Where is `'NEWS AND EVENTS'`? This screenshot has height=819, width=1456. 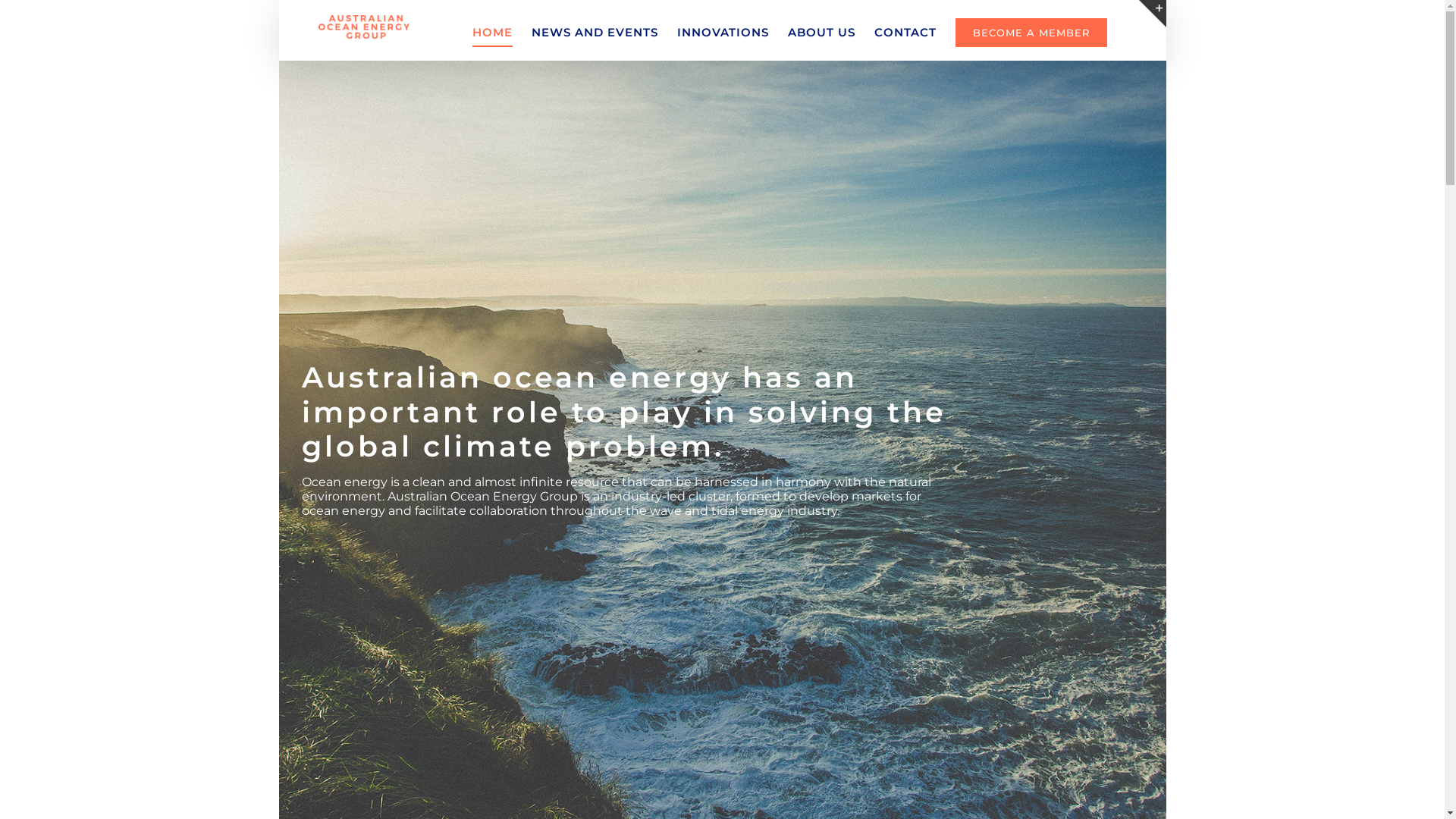
'NEWS AND EVENTS' is located at coordinates (531, 32).